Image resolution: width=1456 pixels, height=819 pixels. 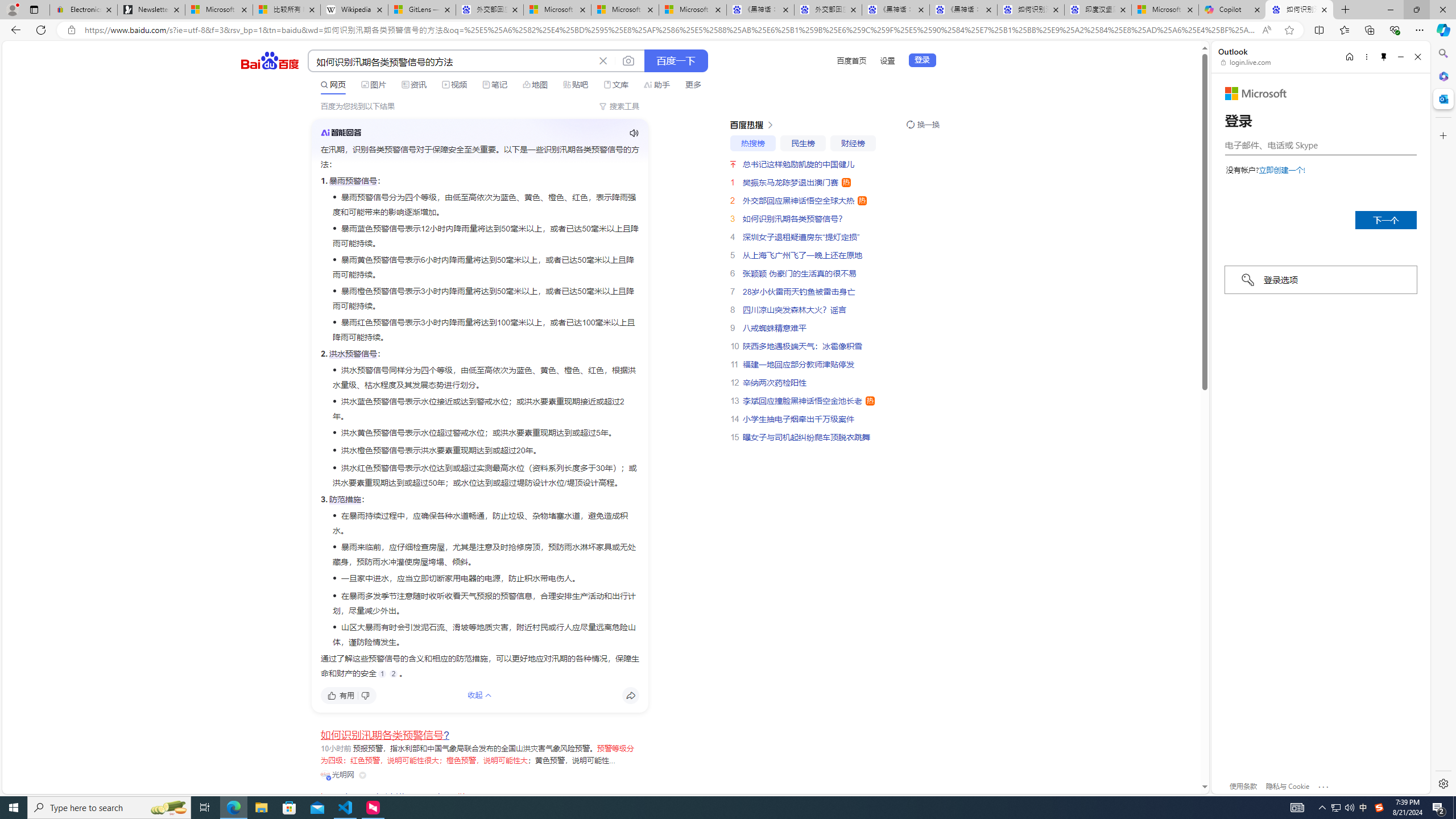 What do you see at coordinates (1384, 56) in the screenshot?
I see `'Unpin side pane'` at bounding box center [1384, 56].